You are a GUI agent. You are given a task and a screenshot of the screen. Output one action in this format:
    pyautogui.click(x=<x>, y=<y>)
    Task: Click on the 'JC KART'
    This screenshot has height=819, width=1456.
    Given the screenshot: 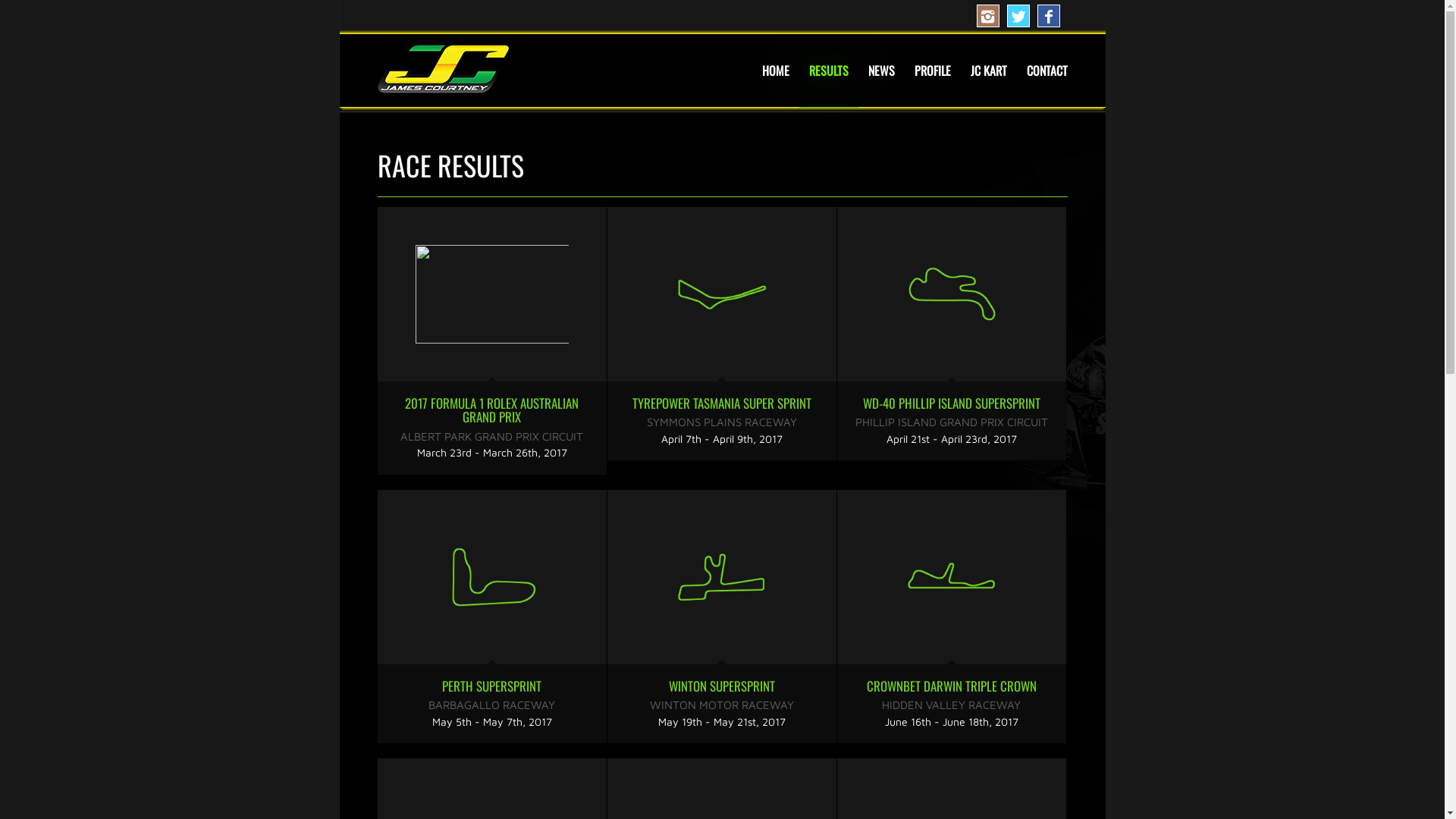 What is the action you would take?
    pyautogui.click(x=987, y=70)
    